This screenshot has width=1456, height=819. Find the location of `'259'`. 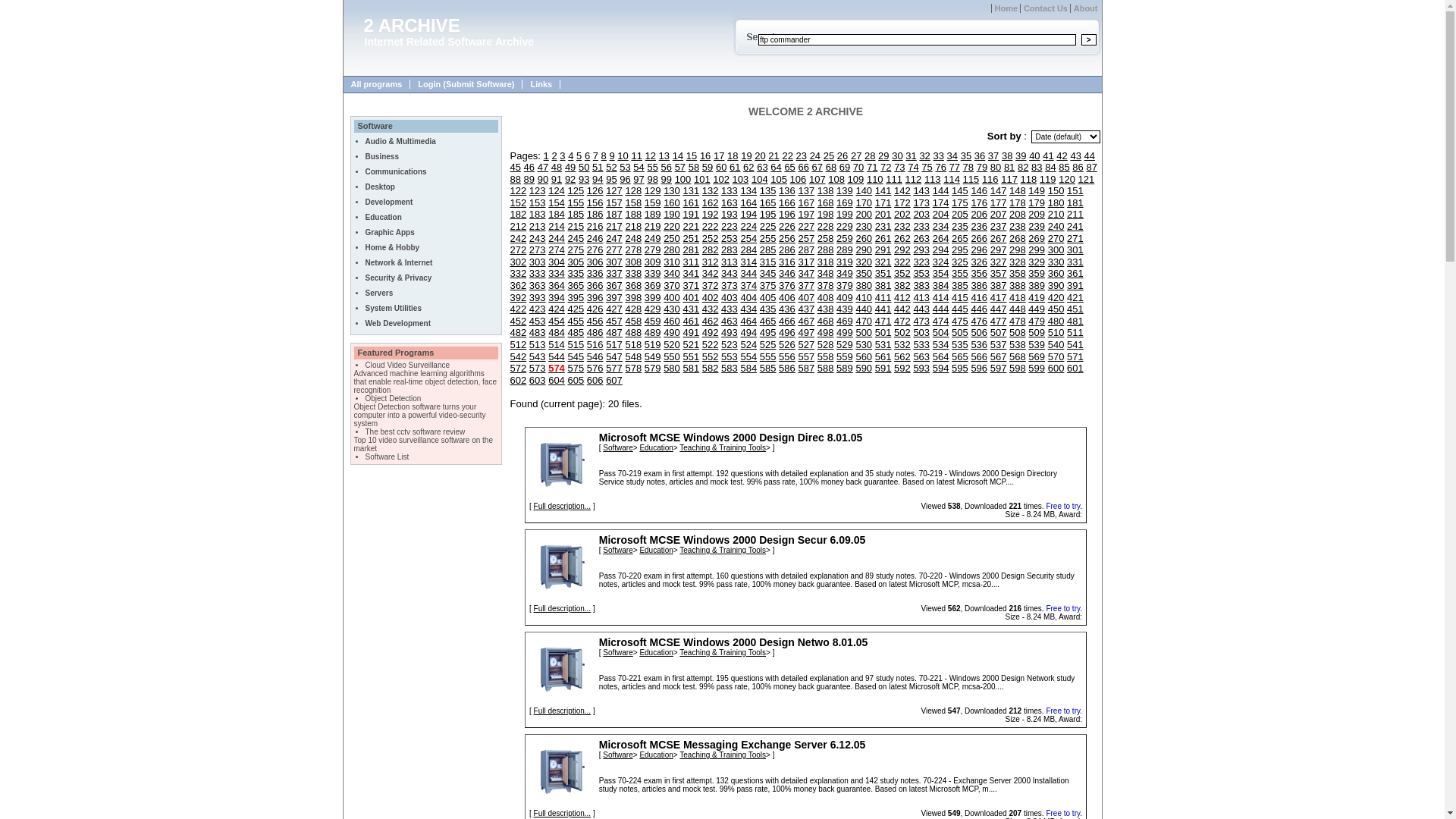

'259' is located at coordinates (843, 238).